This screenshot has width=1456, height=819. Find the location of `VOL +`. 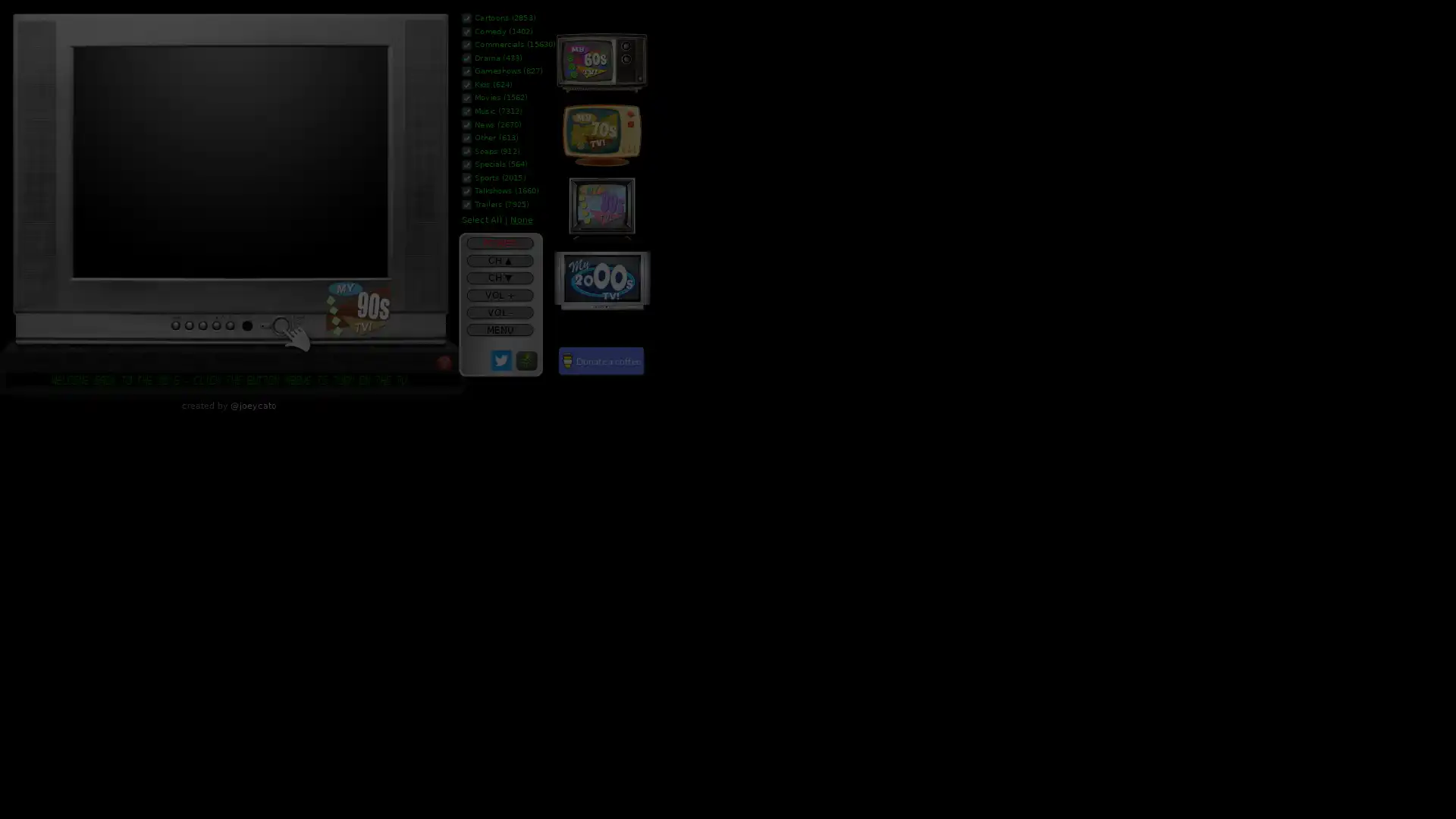

VOL + is located at coordinates (499, 295).